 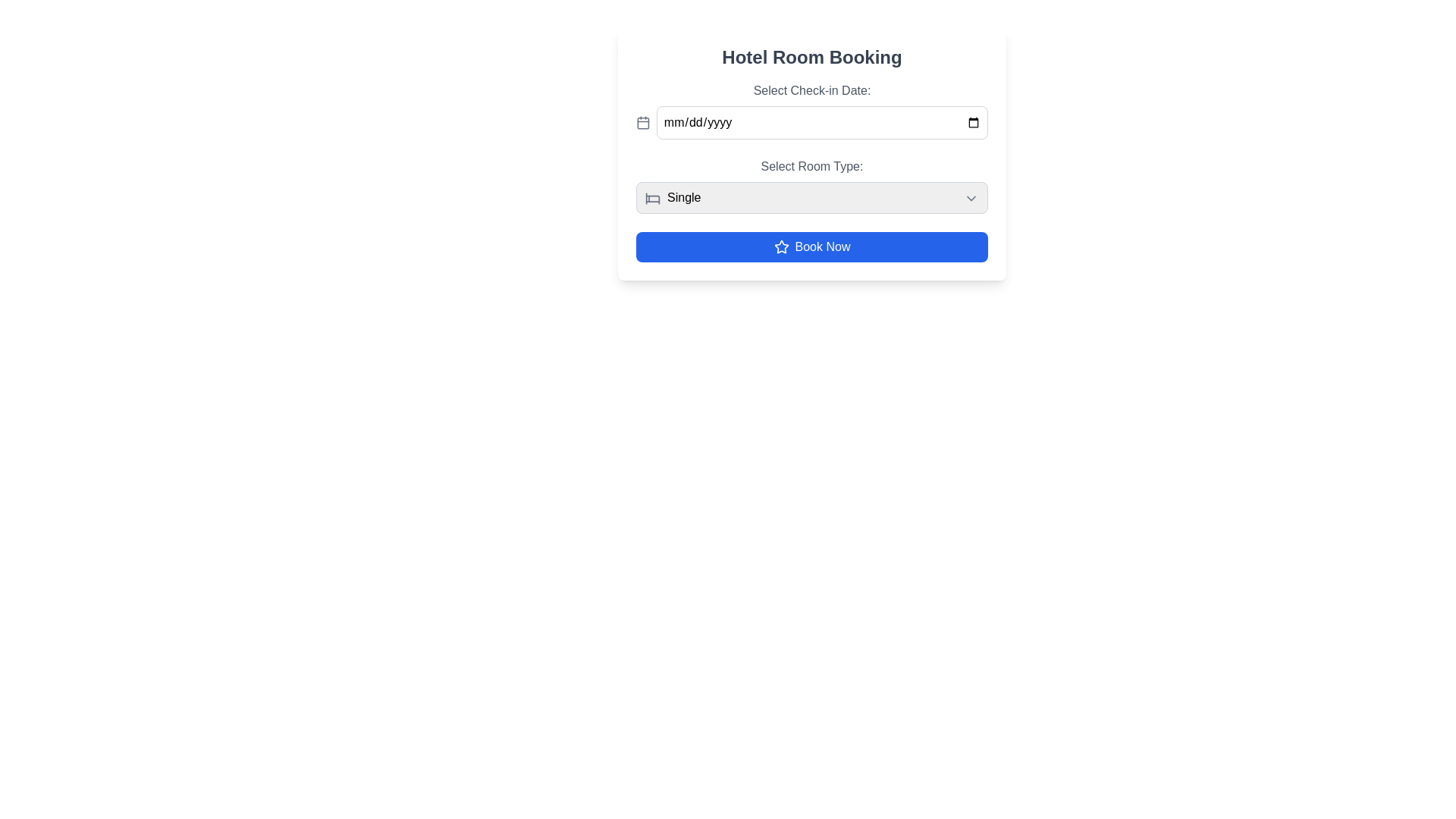 What do you see at coordinates (643, 122) in the screenshot?
I see `the calendar icon, which is a gray outline of a calendar with two vertical bars at the top, located to the left of the 'mm/dd/yyyy' date input field` at bounding box center [643, 122].